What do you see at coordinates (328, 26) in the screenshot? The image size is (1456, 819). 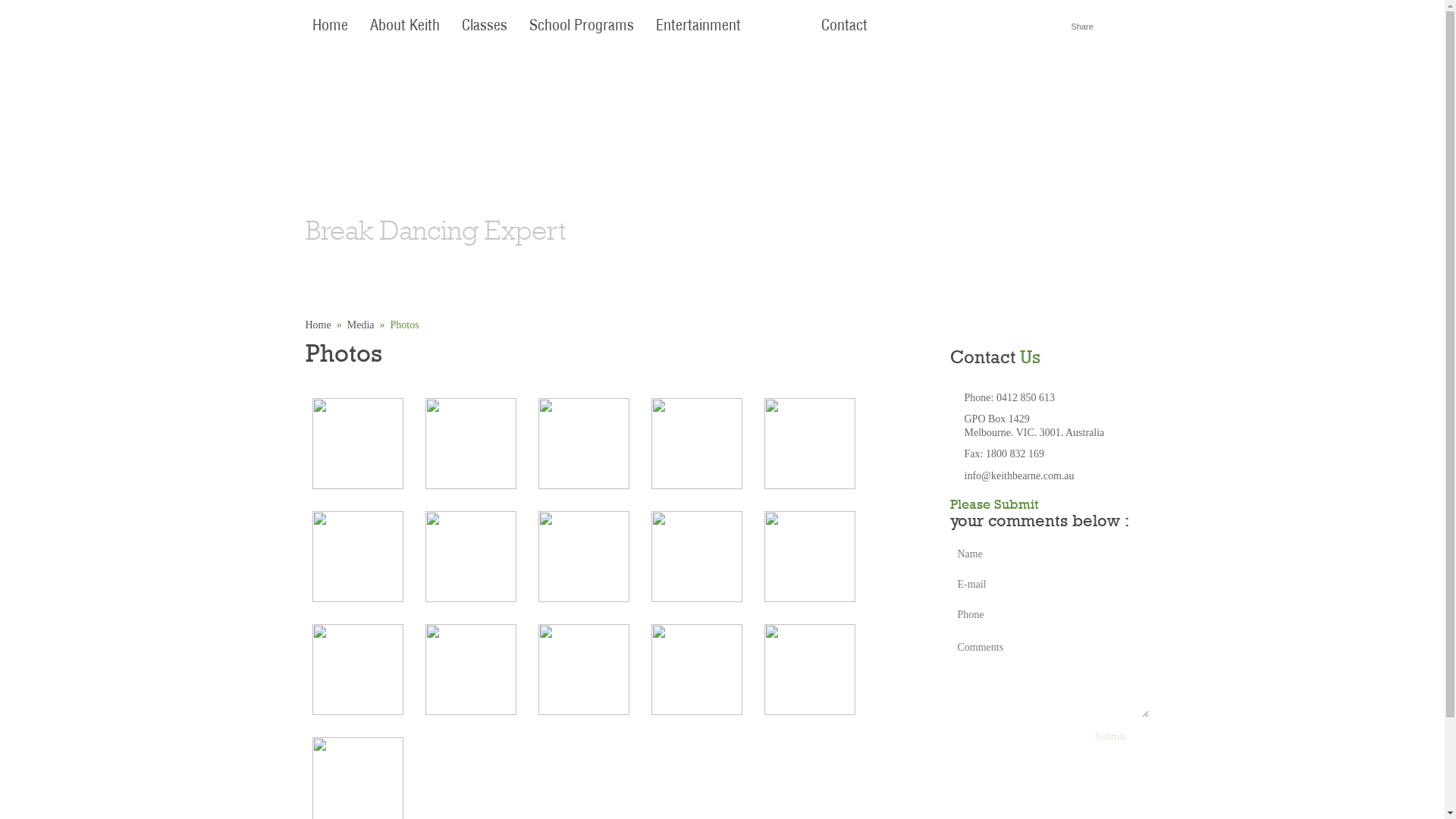 I see `'Home'` at bounding box center [328, 26].